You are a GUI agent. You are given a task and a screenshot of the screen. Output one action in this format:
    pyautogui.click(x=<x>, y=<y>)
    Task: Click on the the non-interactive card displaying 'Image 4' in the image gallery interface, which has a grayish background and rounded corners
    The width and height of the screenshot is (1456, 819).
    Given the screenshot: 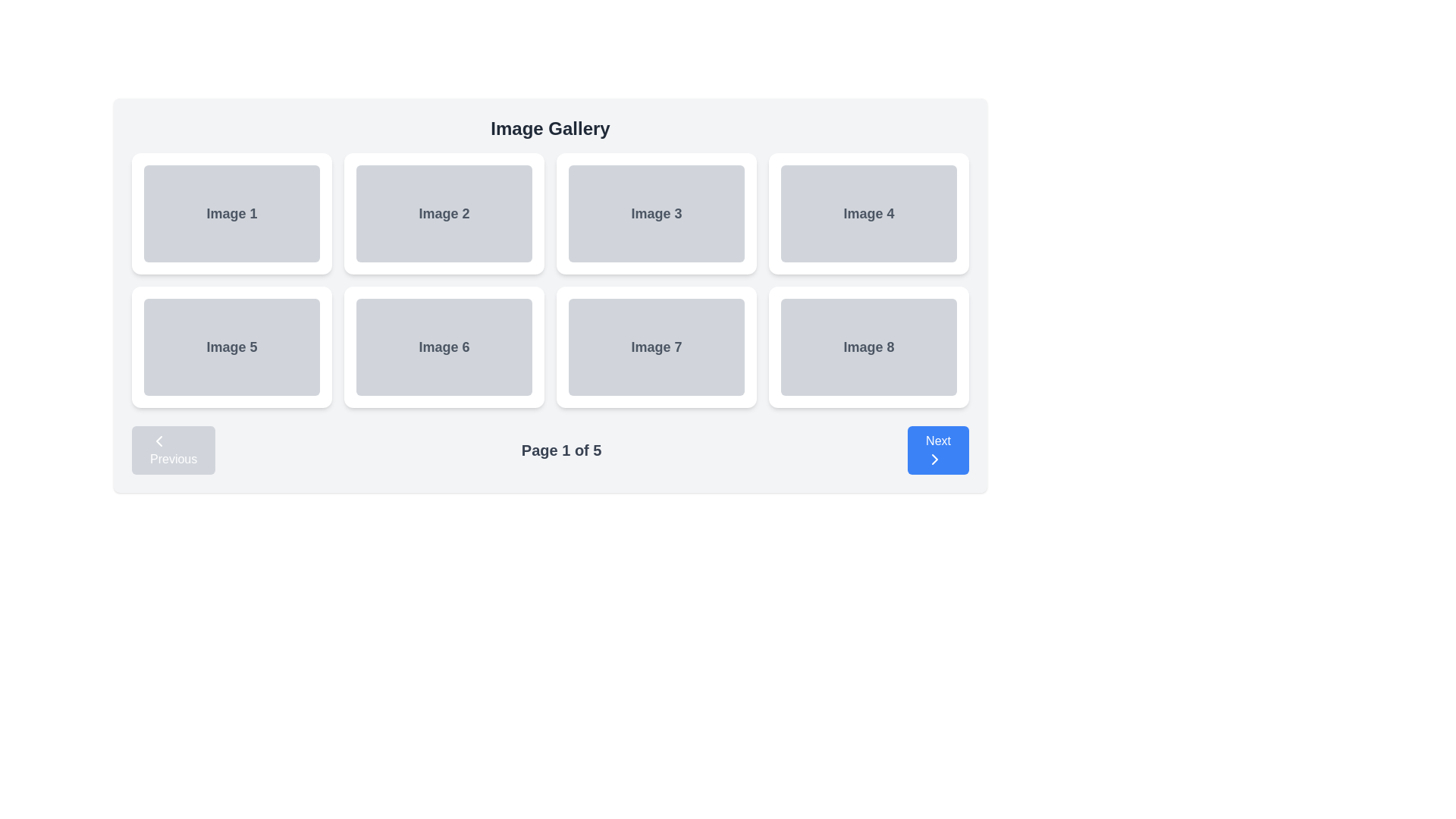 What is the action you would take?
    pyautogui.click(x=869, y=213)
    